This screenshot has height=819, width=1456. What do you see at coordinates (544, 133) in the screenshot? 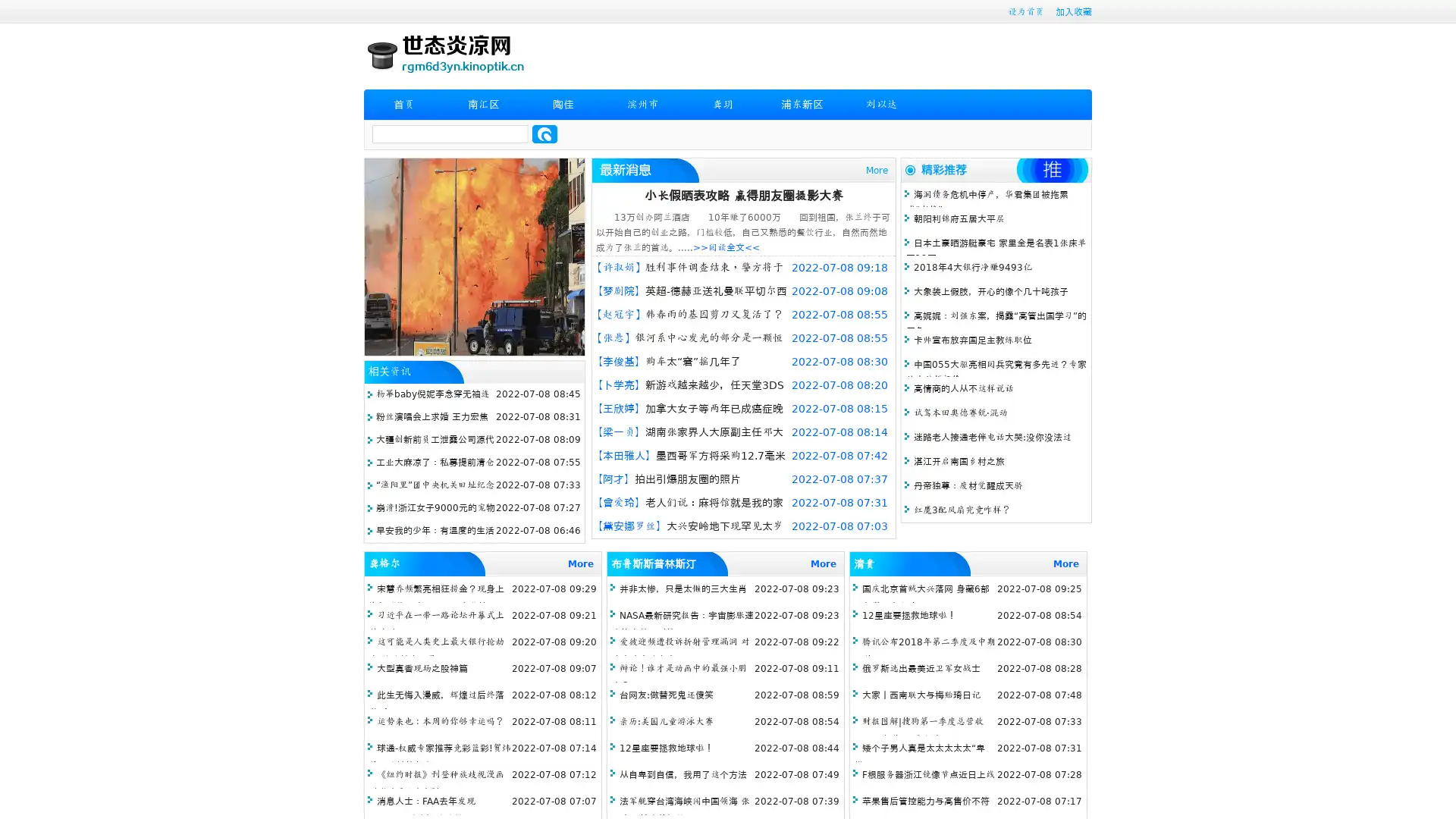
I see `Search` at bounding box center [544, 133].